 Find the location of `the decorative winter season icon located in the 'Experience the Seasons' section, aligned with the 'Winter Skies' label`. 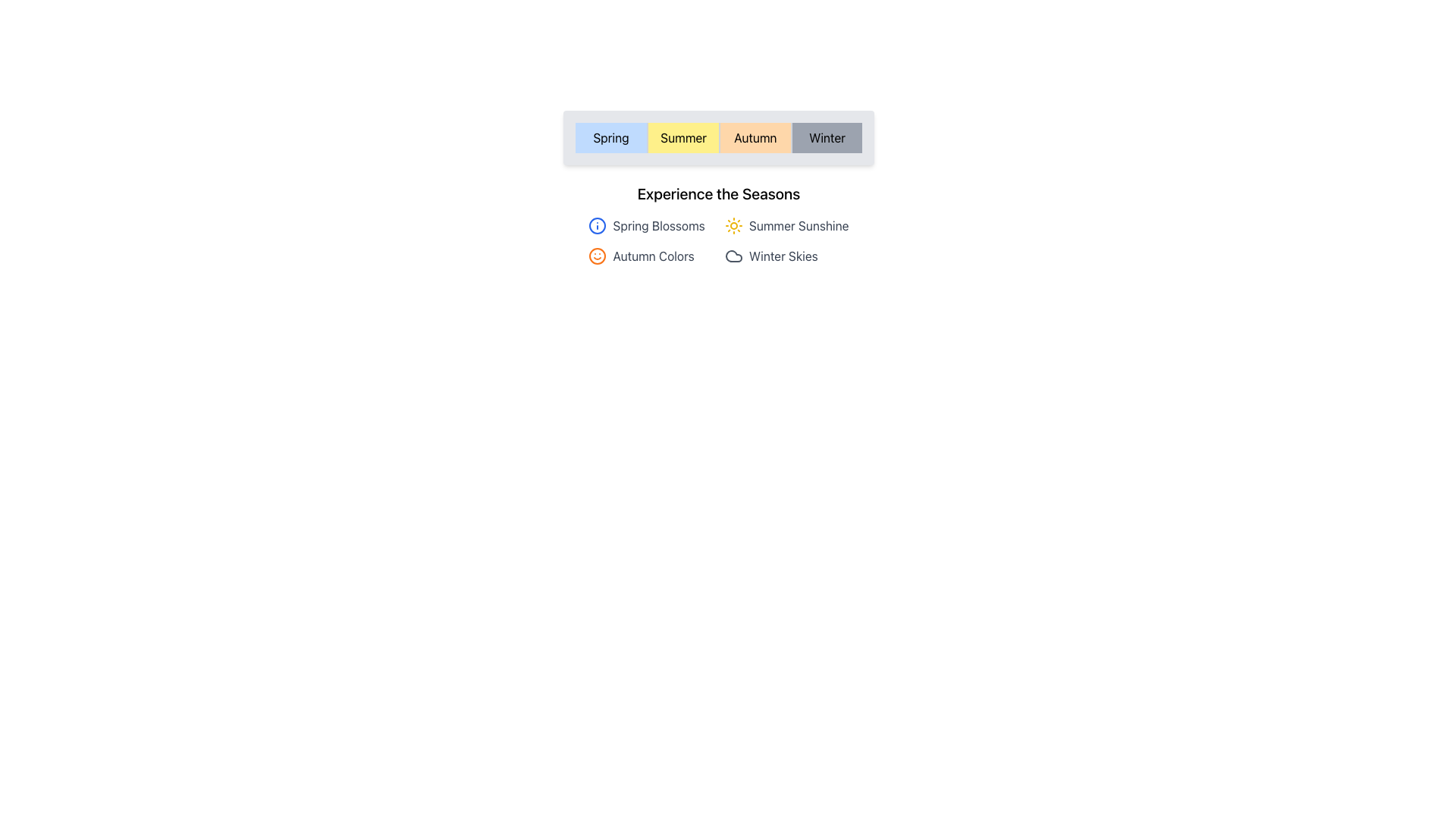

the decorative winter season icon located in the 'Experience the Seasons' section, aligned with the 'Winter Skies' label is located at coordinates (734, 256).